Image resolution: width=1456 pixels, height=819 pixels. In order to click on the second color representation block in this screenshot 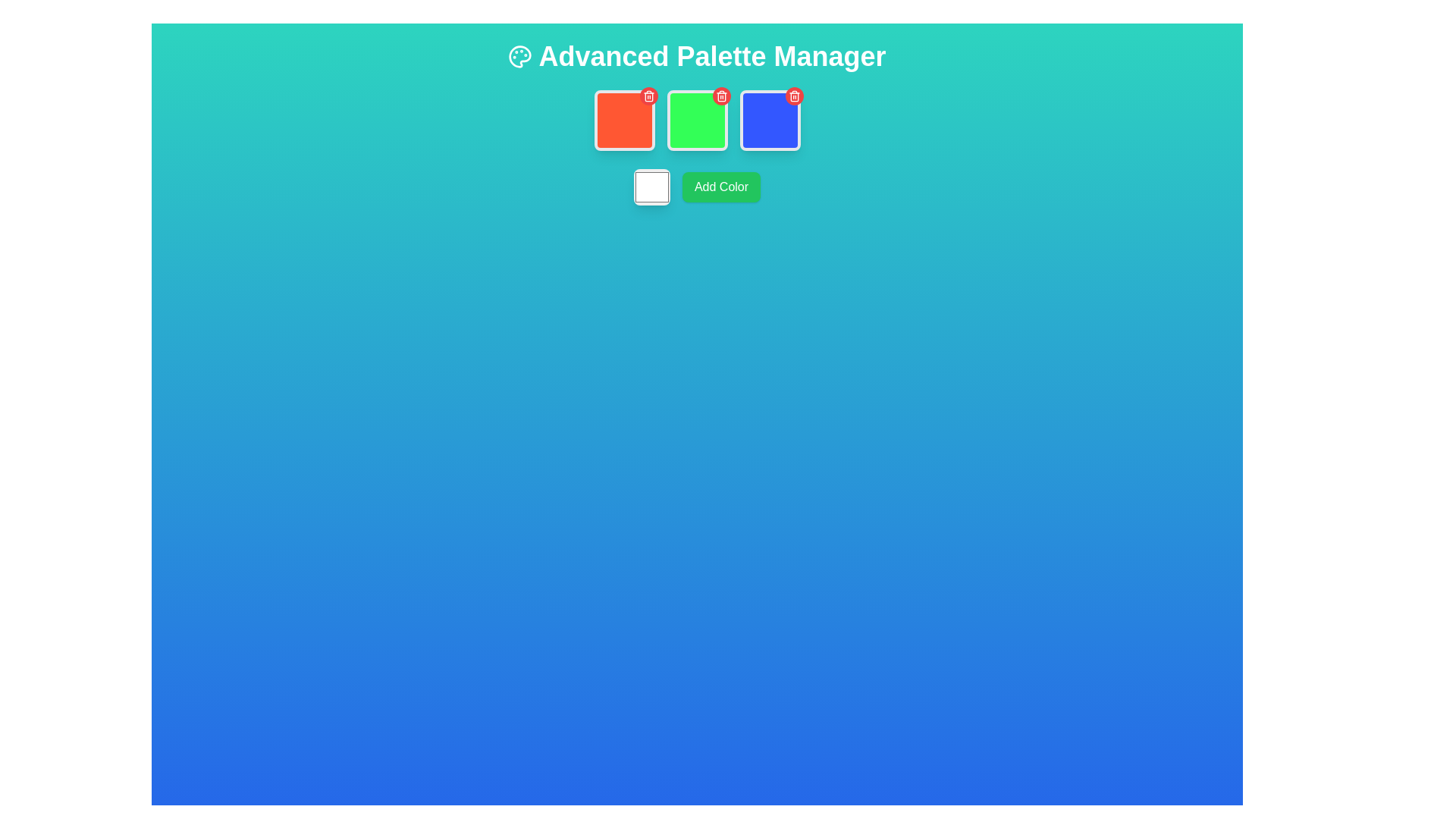, I will do `click(696, 119)`.